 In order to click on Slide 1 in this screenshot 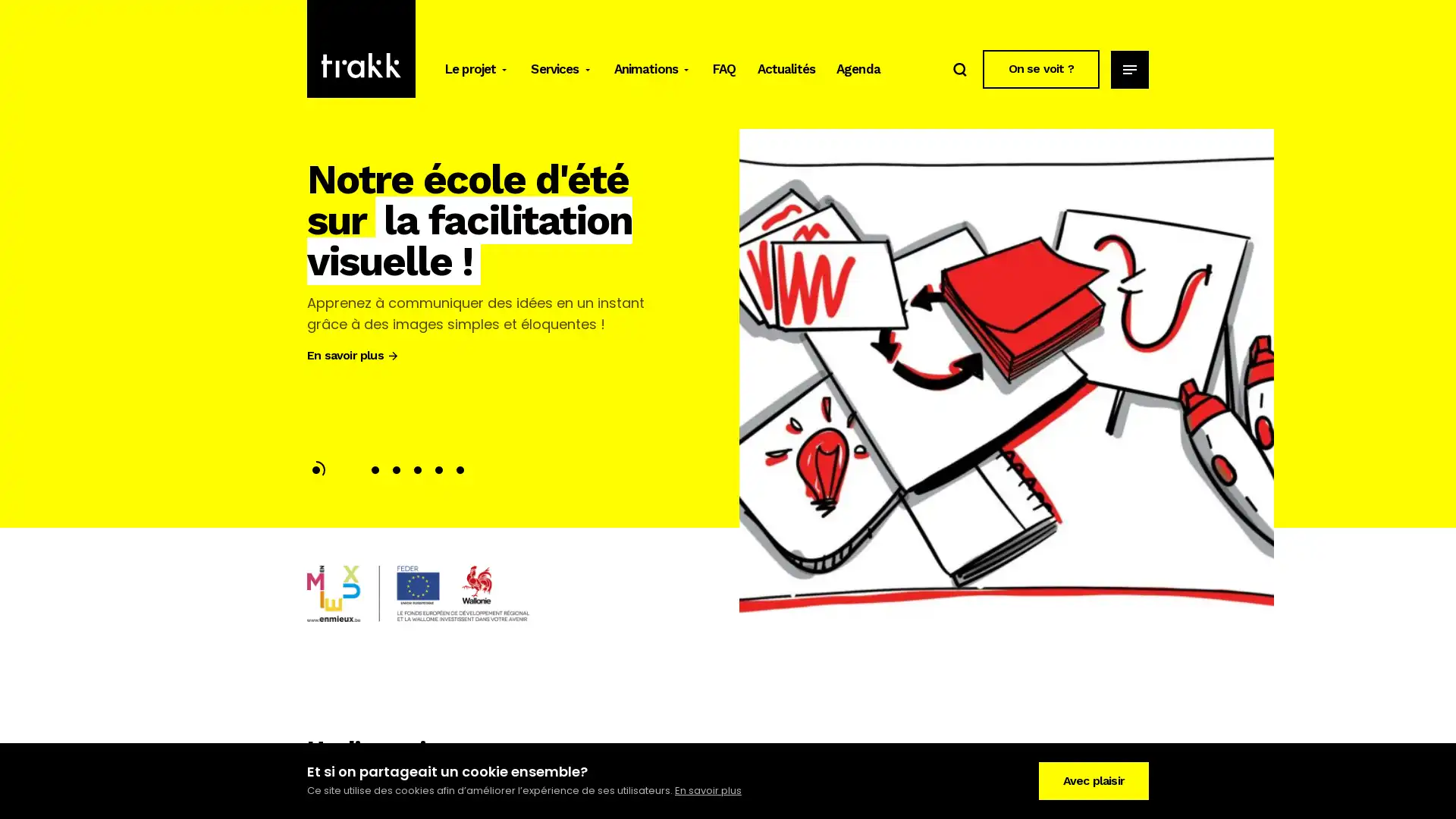, I will do `click(315, 469)`.